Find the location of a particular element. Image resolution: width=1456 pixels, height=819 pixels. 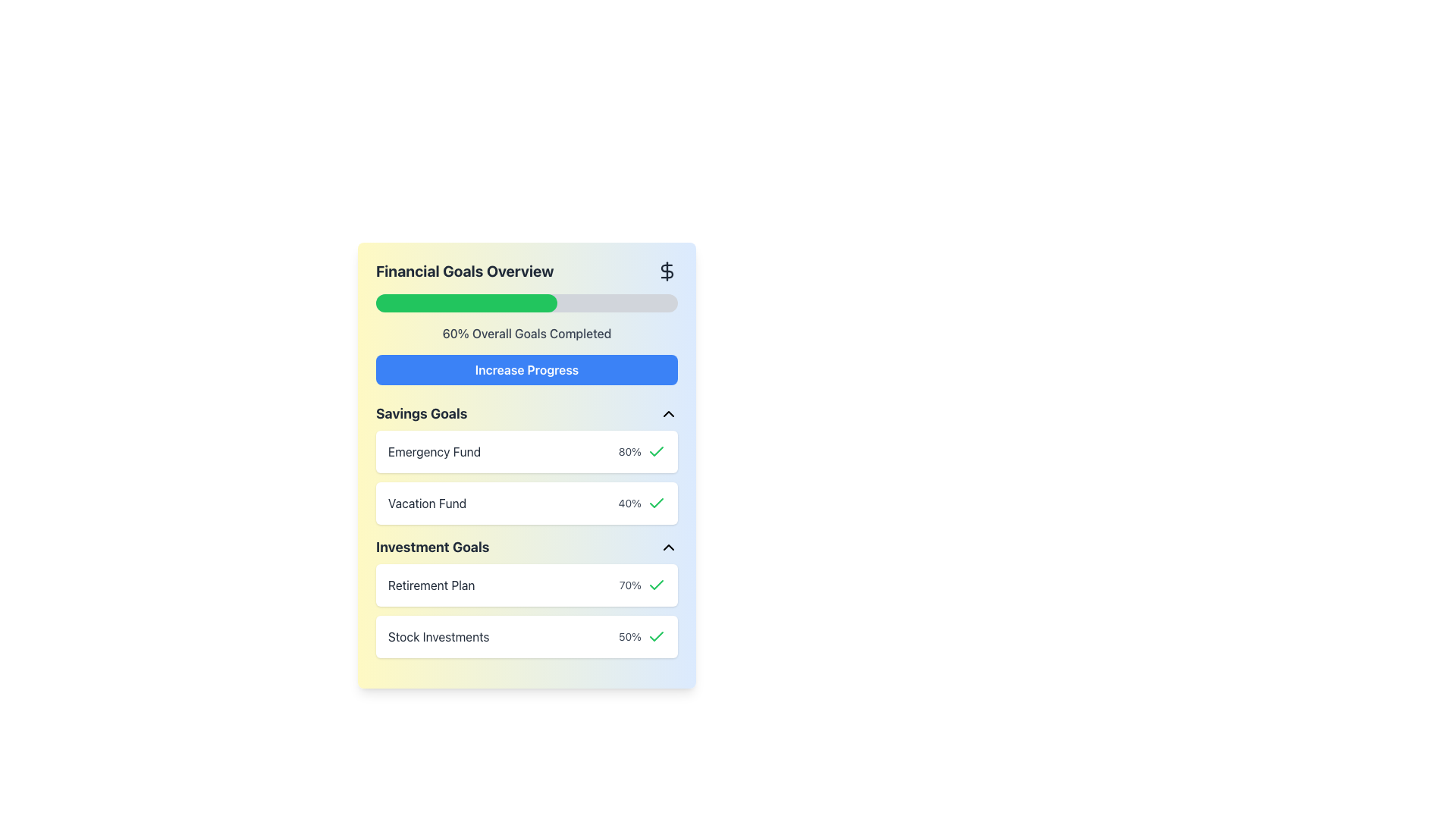

static text label that provides a numeric and descriptive summary of the user's overall completion percentage towards their financial goals, located centrally in the 'Financial Goals Overview' section, below the progress bar and above the 'Increase Progress' button is located at coordinates (527, 332).